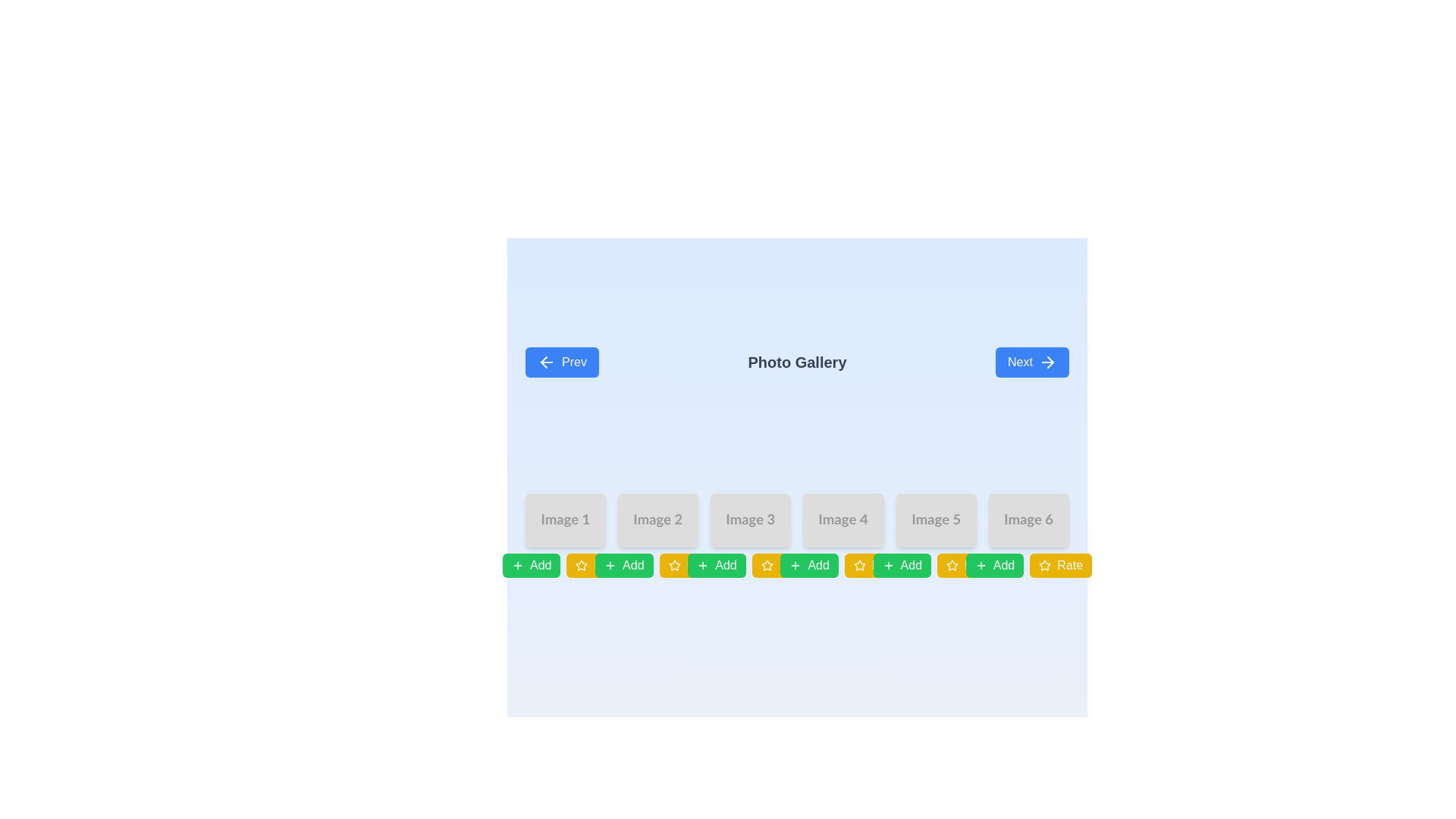  What do you see at coordinates (902, 565) in the screenshot?
I see `the green '+' button labeled 'Add' located below 'Image 5' to possibly change its appearance` at bounding box center [902, 565].